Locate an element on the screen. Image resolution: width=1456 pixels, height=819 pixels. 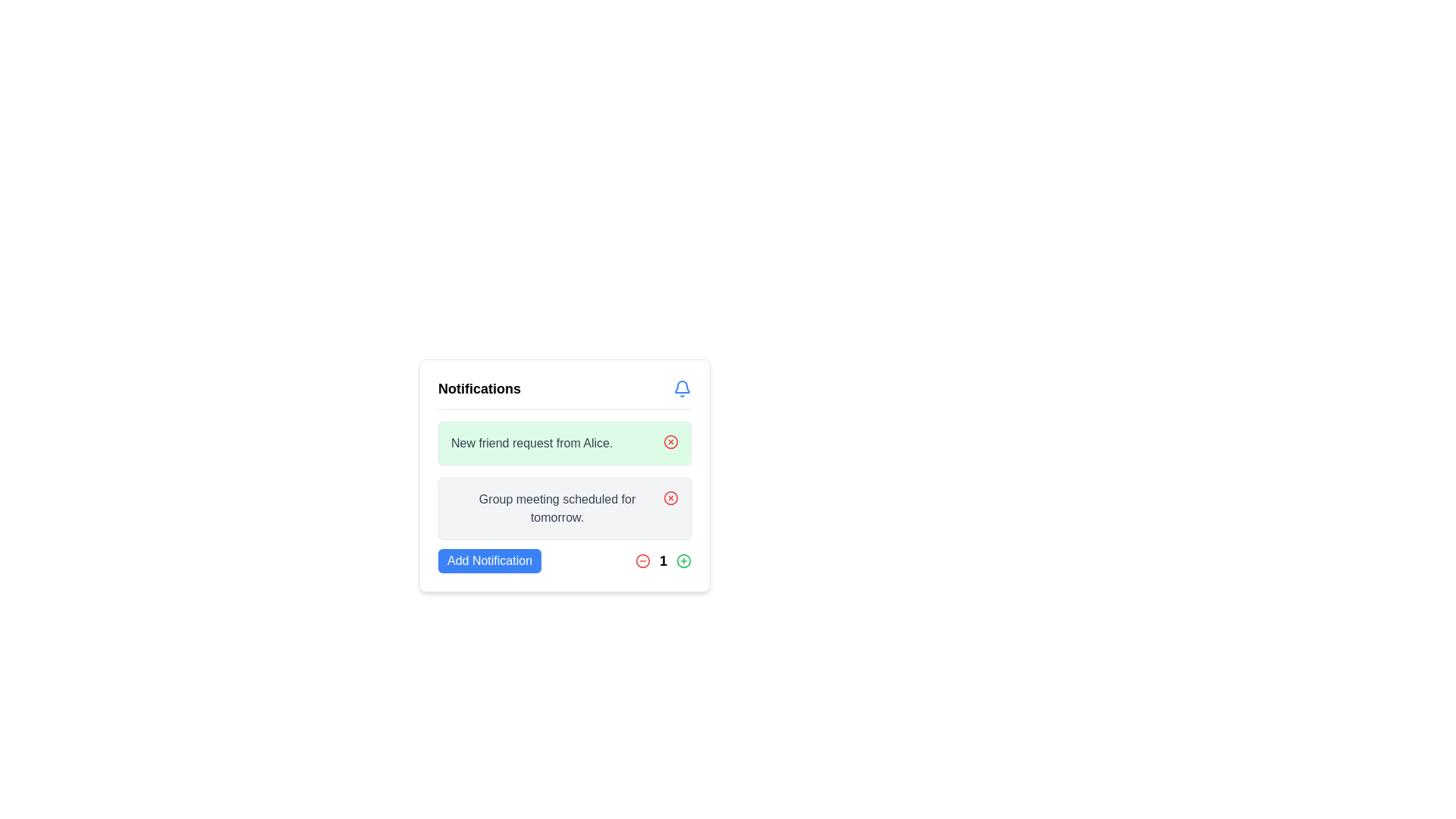
the icon button located in the bottom-right corner of the interactive notification panel to decrease a count or remove an item is located at coordinates (643, 561).